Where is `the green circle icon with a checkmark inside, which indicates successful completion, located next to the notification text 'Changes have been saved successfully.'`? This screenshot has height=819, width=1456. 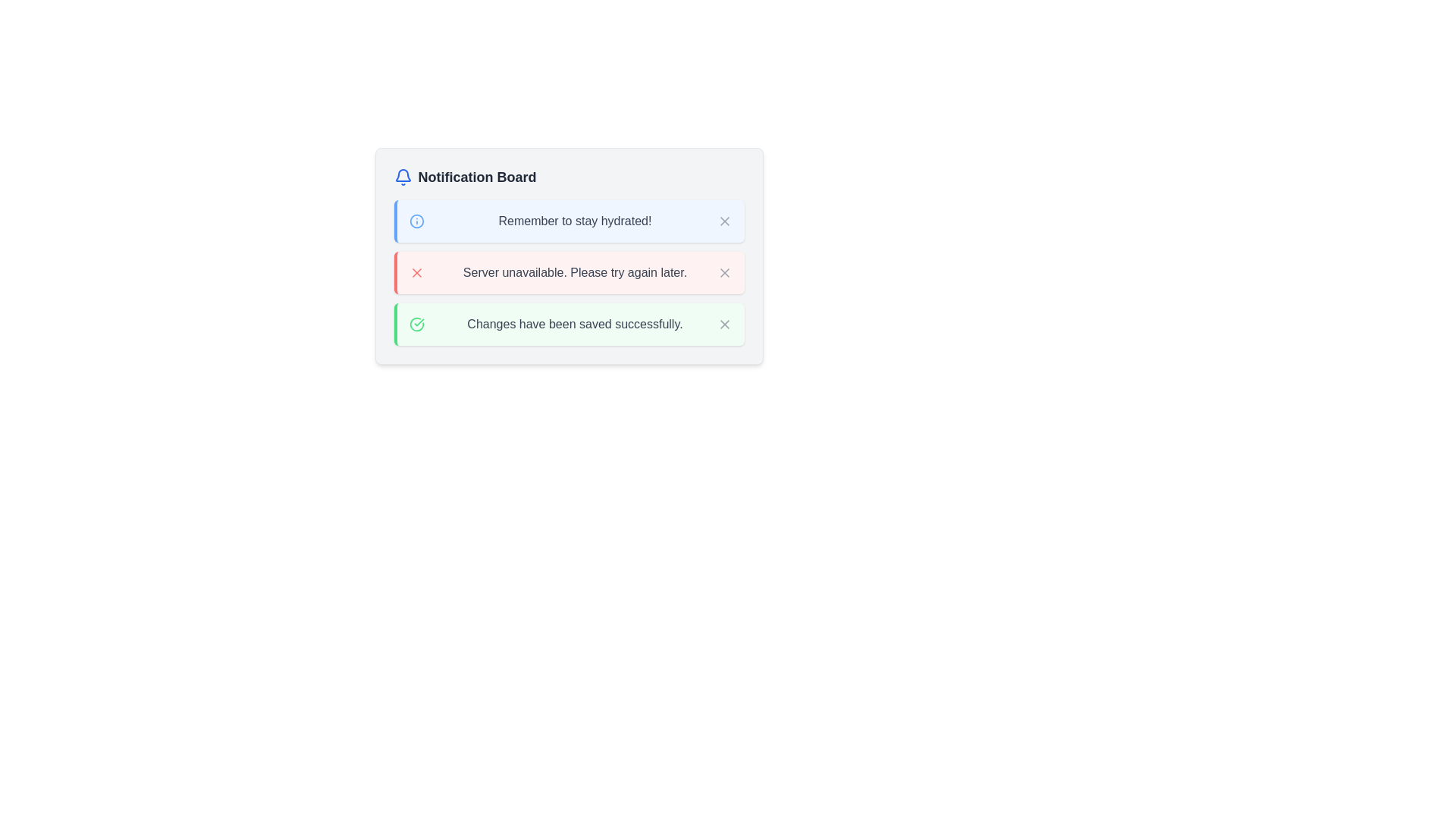
the green circle icon with a checkmark inside, which indicates successful completion, located next to the notification text 'Changes have been saved successfully.' is located at coordinates (416, 324).